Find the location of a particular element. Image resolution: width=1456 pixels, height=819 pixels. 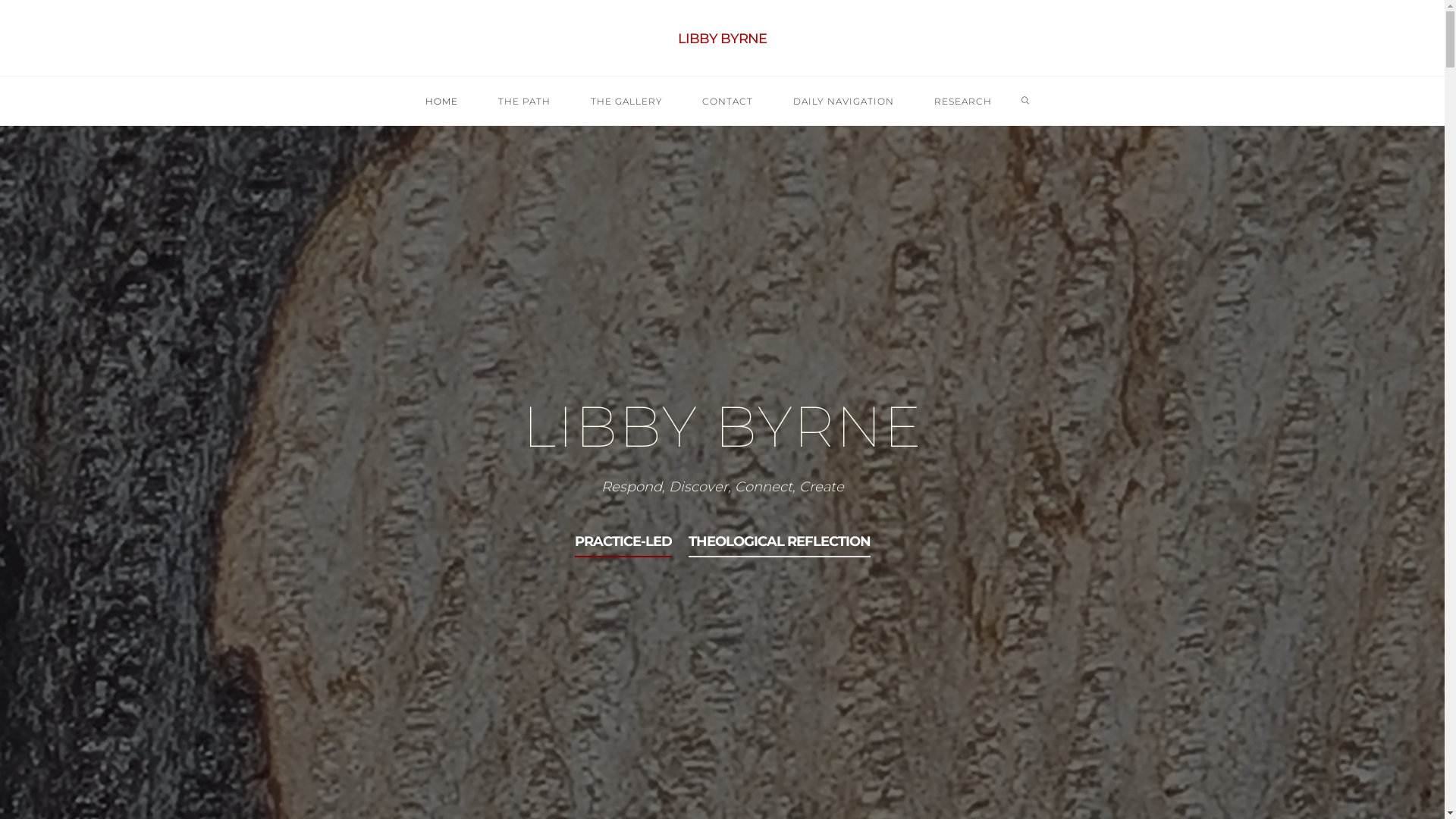

'DAILY NAVIGATION' is located at coordinates (843, 101).